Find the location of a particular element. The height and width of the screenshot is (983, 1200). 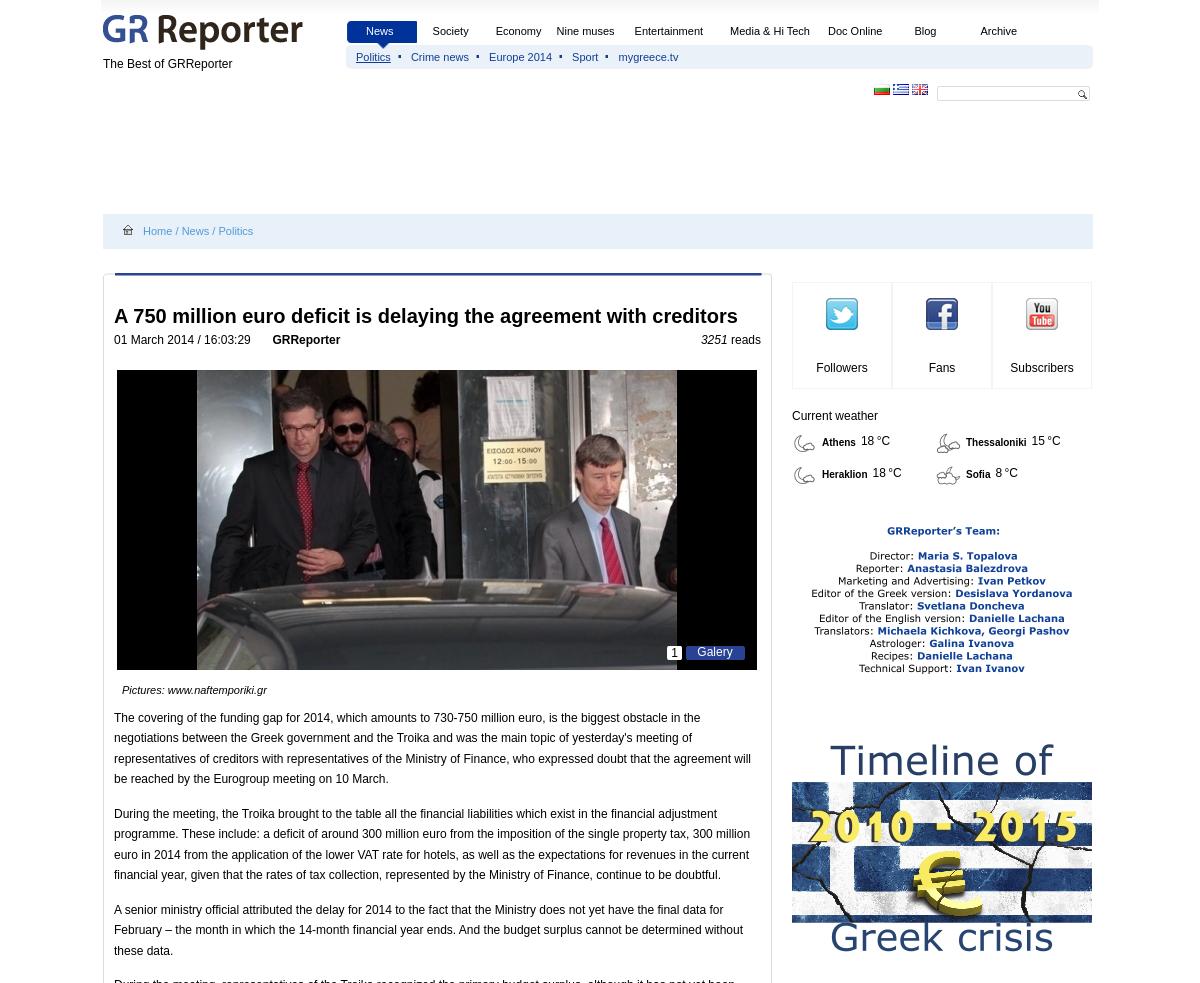

'Sport' is located at coordinates (584, 56).